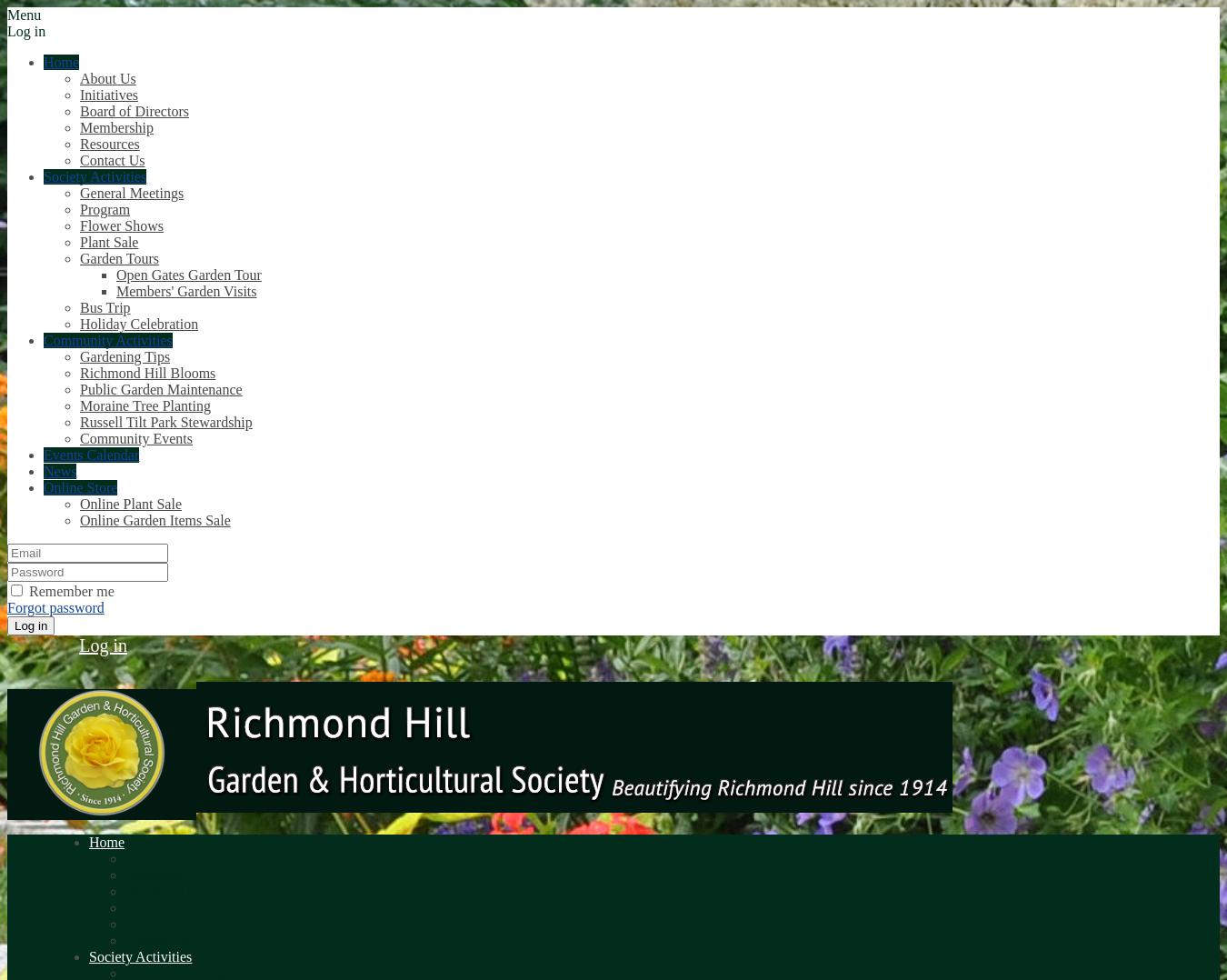  I want to click on 'Richmond Hill Blooms', so click(147, 372).